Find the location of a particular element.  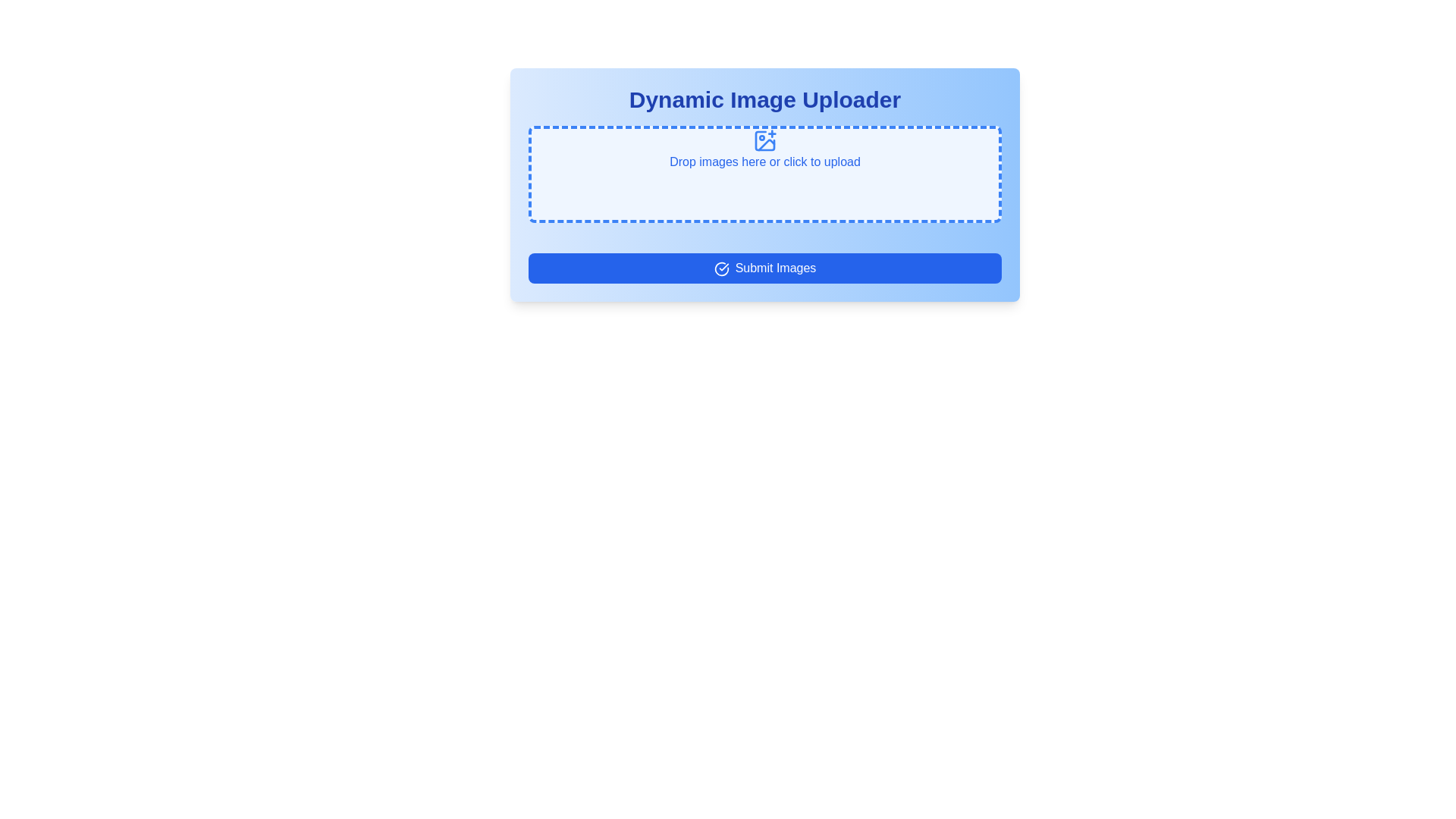

the icon indicating the submission functionality, located on the left-hand side of the 'Submit Images' button at the bottom of the form is located at coordinates (720, 268).